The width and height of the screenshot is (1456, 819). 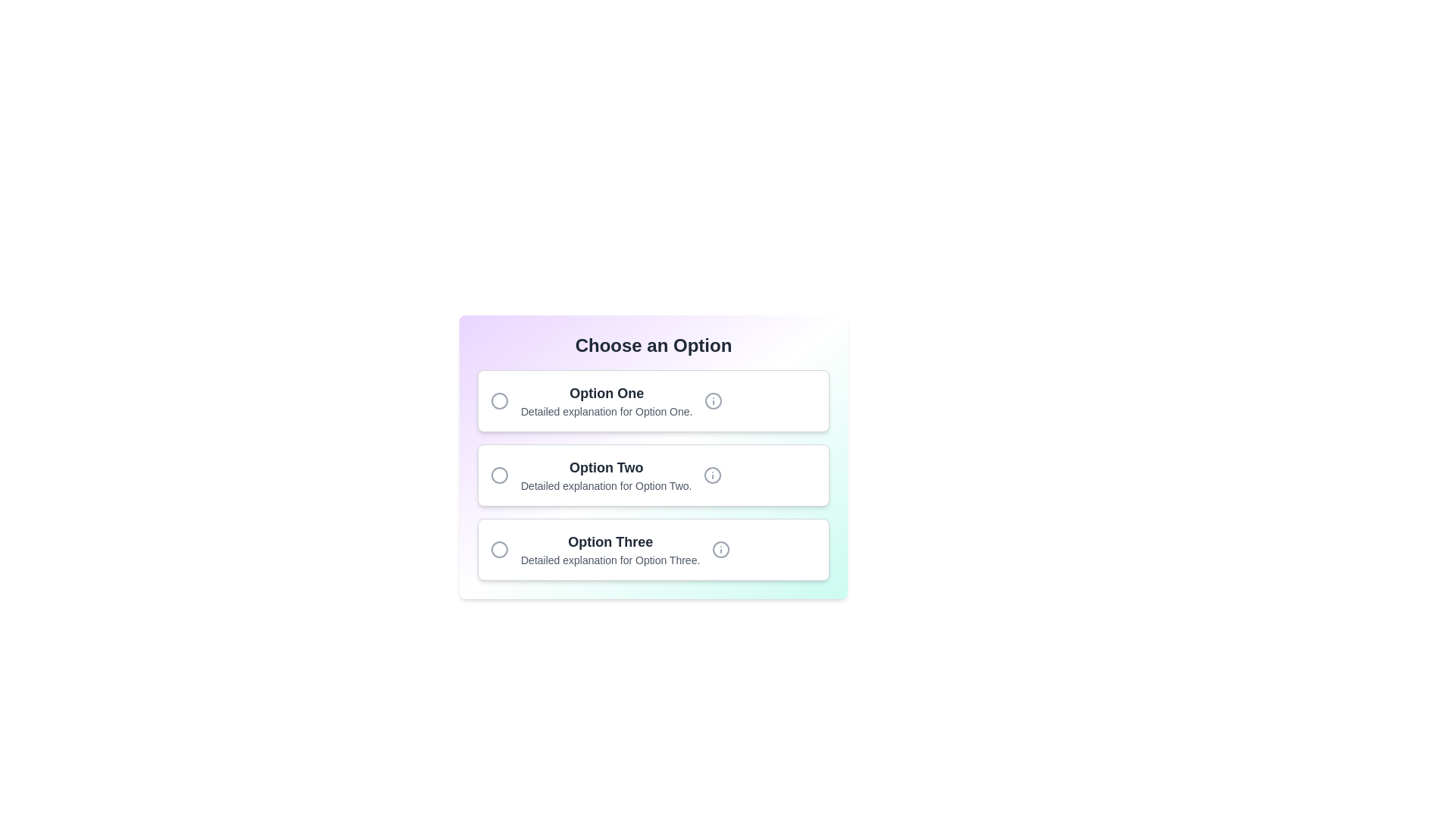 What do you see at coordinates (610, 560) in the screenshot?
I see `the text label containing 'Detailed explanation for Option Three.', which is positioned directly below the bold header 'Option Three'` at bounding box center [610, 560].